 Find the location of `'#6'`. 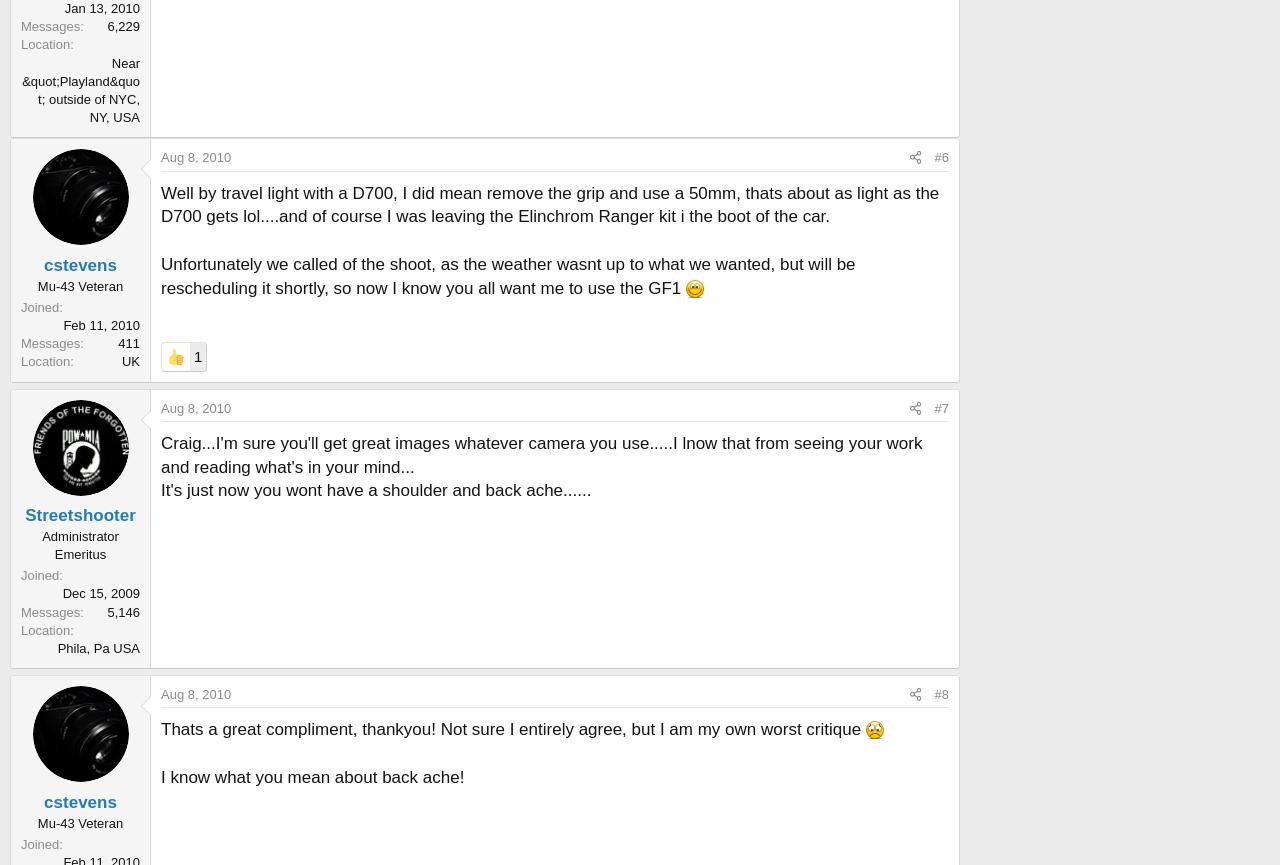

'#6' is located at coordinates (940, 156).